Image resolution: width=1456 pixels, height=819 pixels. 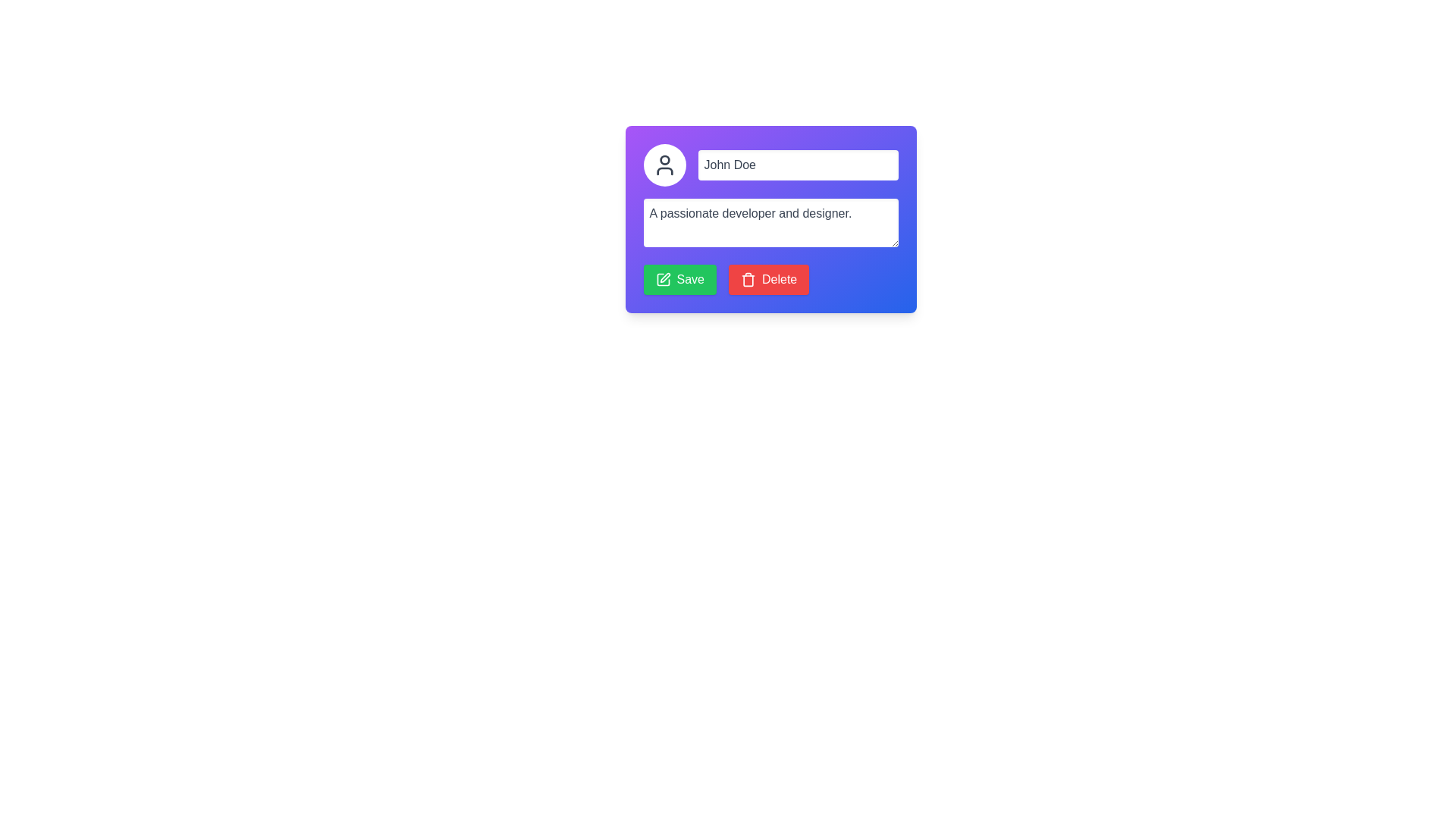 What do you see at coordinates (770, 219) in the screenshot?
I see `the text input box that allows users to view or edit a descriptive text about a developer and designer, which is centrally located within a card-like structure` at bounding box center [770, 219].